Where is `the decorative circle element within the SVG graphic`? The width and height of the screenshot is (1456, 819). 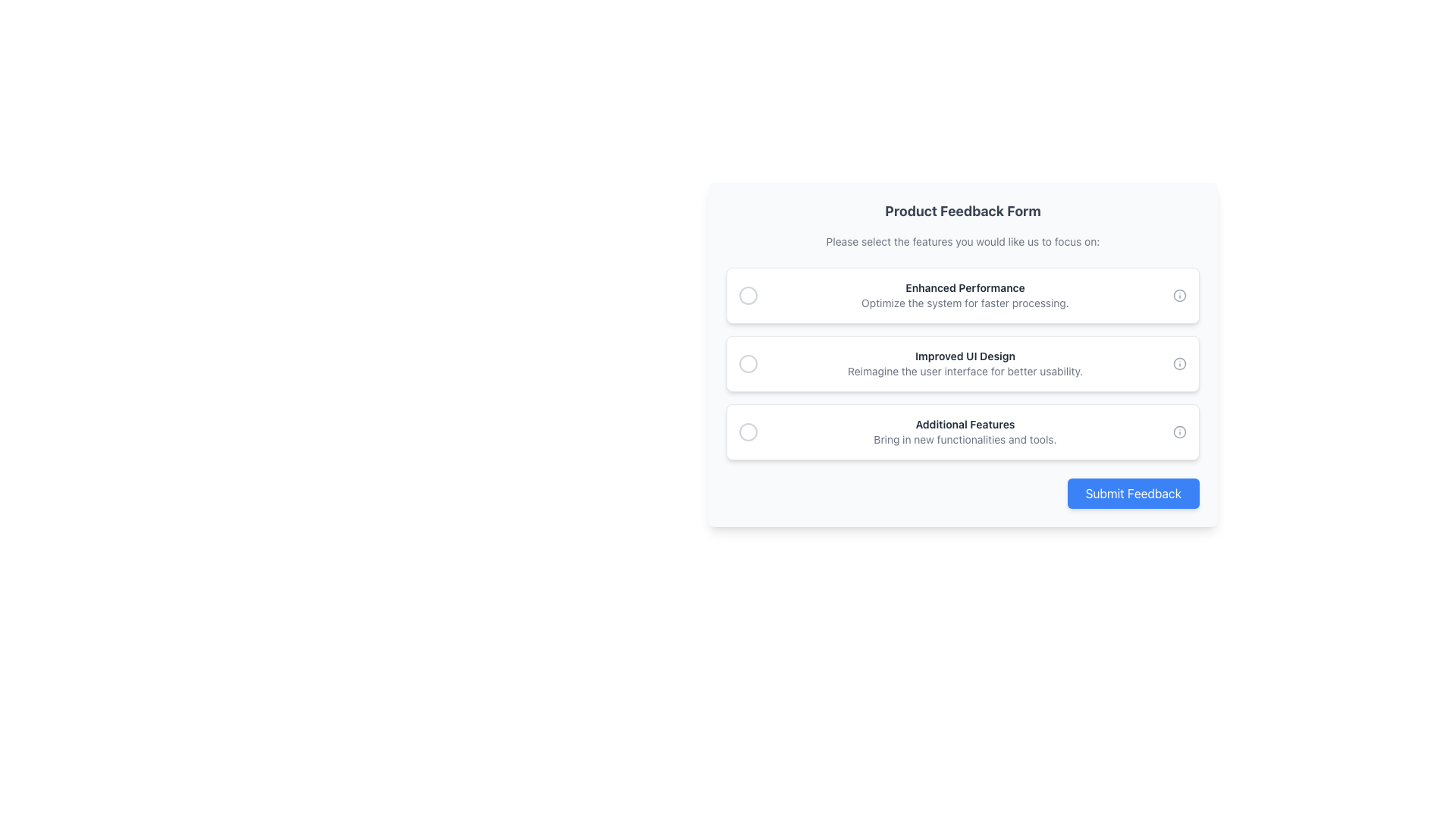
the decorative circle element within the SVG graphic is located at coordinates (1178, 295).